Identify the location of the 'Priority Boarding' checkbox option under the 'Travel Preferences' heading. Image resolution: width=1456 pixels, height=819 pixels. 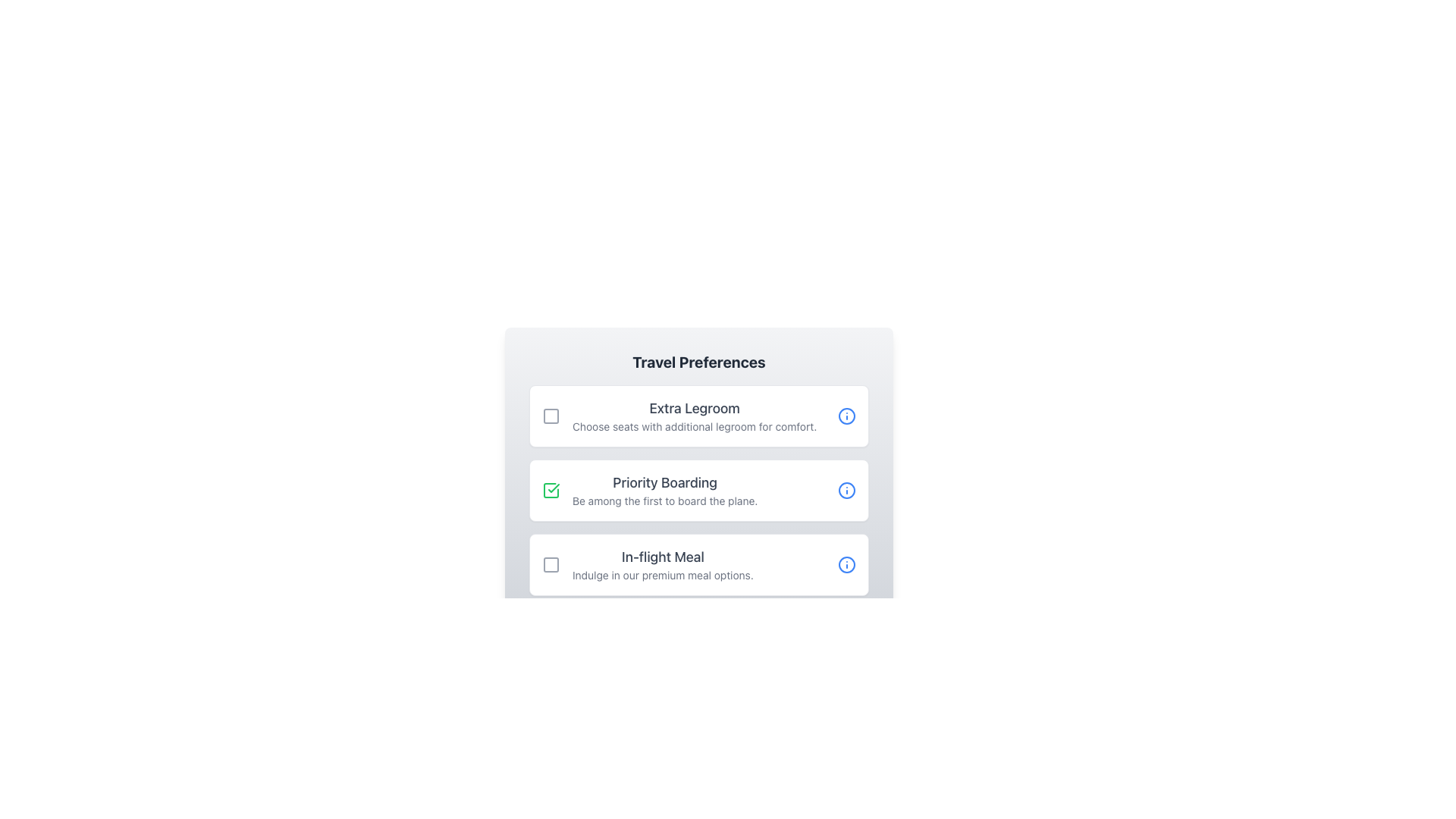
(698, 491).